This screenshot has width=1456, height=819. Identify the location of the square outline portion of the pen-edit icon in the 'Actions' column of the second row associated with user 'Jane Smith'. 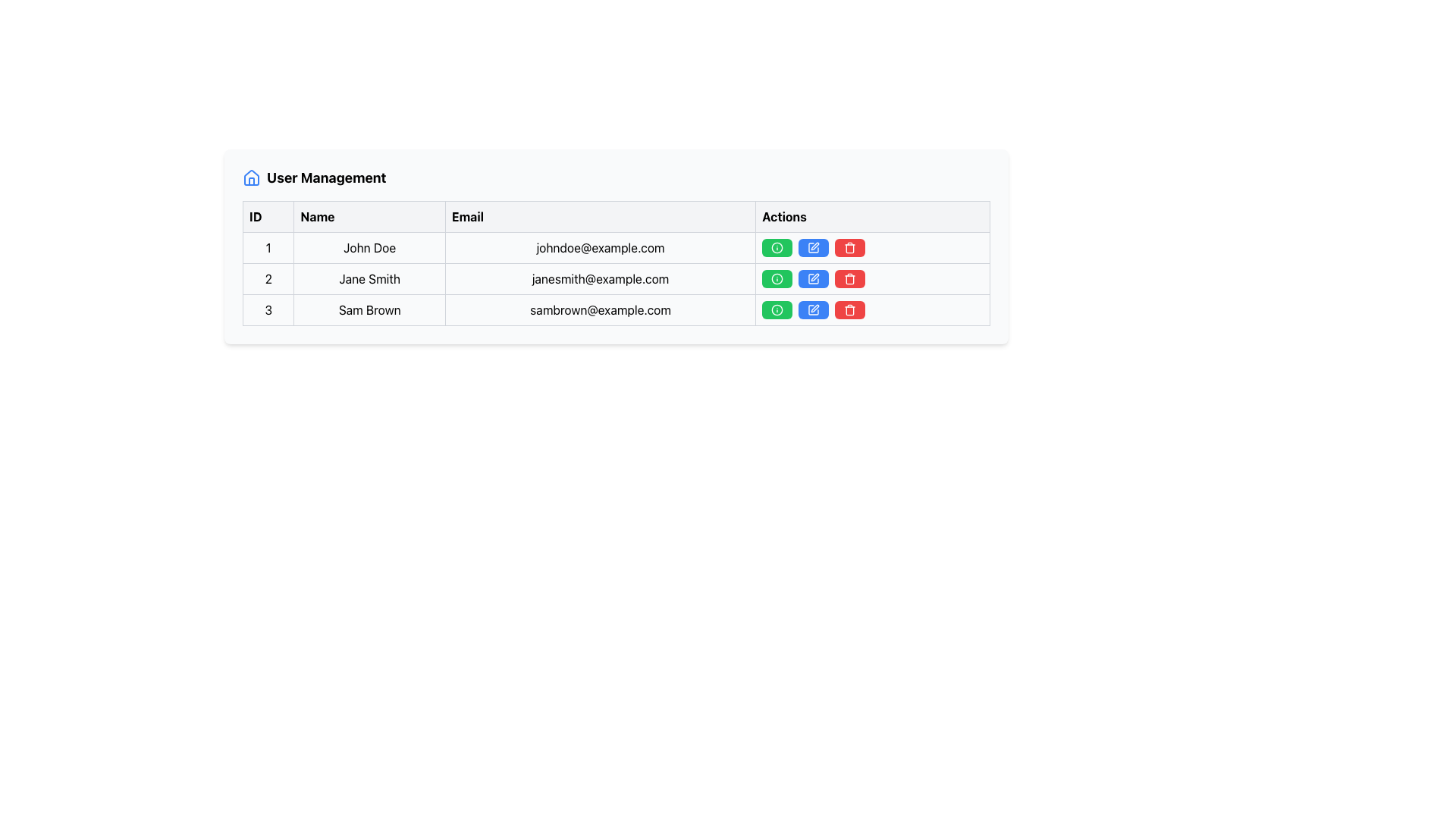
(813, 278).